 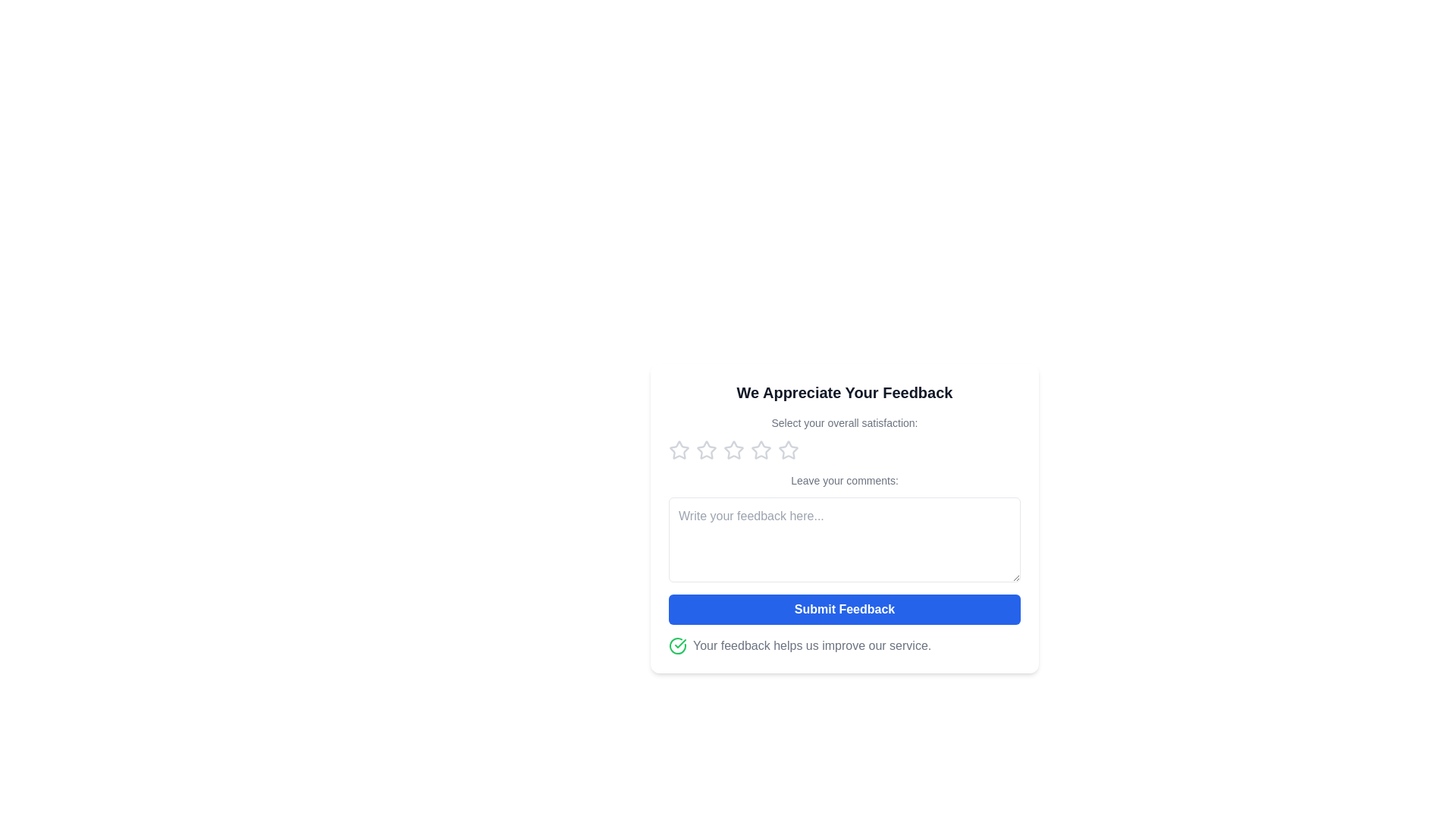 I want to click on the informational text element with an icon located at the bottom of the feedback form, just below the 'Submit Feedback' button, so click(x=843, y=646).